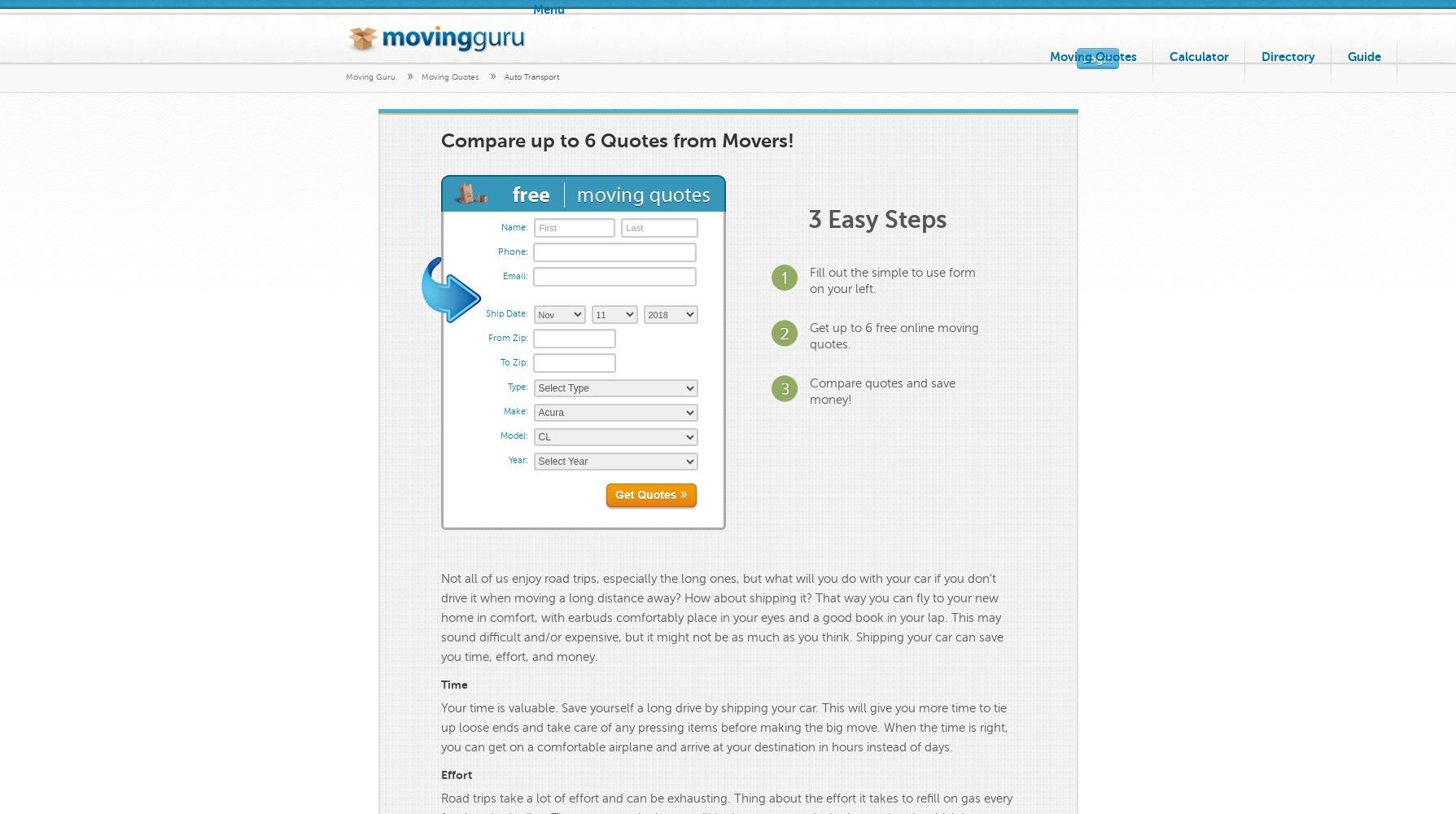 This screenshot has width=1456, height=814. Describe the element at coordinates (513, 435) in the screenshot. I see `'Model:'` at that location.